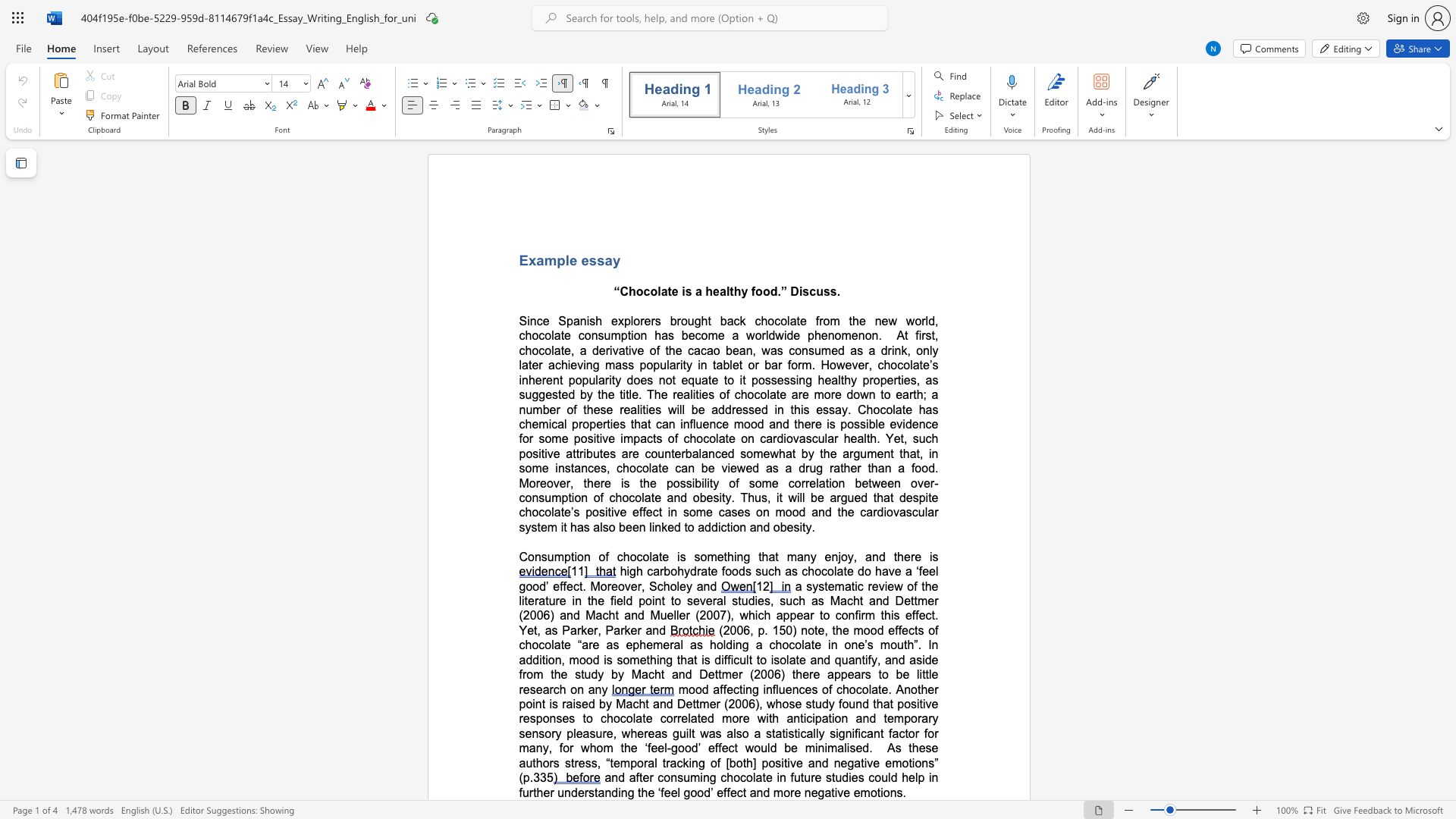 The height and width of the screenshot is (819, 1456). I want to click on the subset text "g o" within the text "As these authors stress, “temporal tracking of [both] positive and negative emotions” (p.335", so click(698, 763).